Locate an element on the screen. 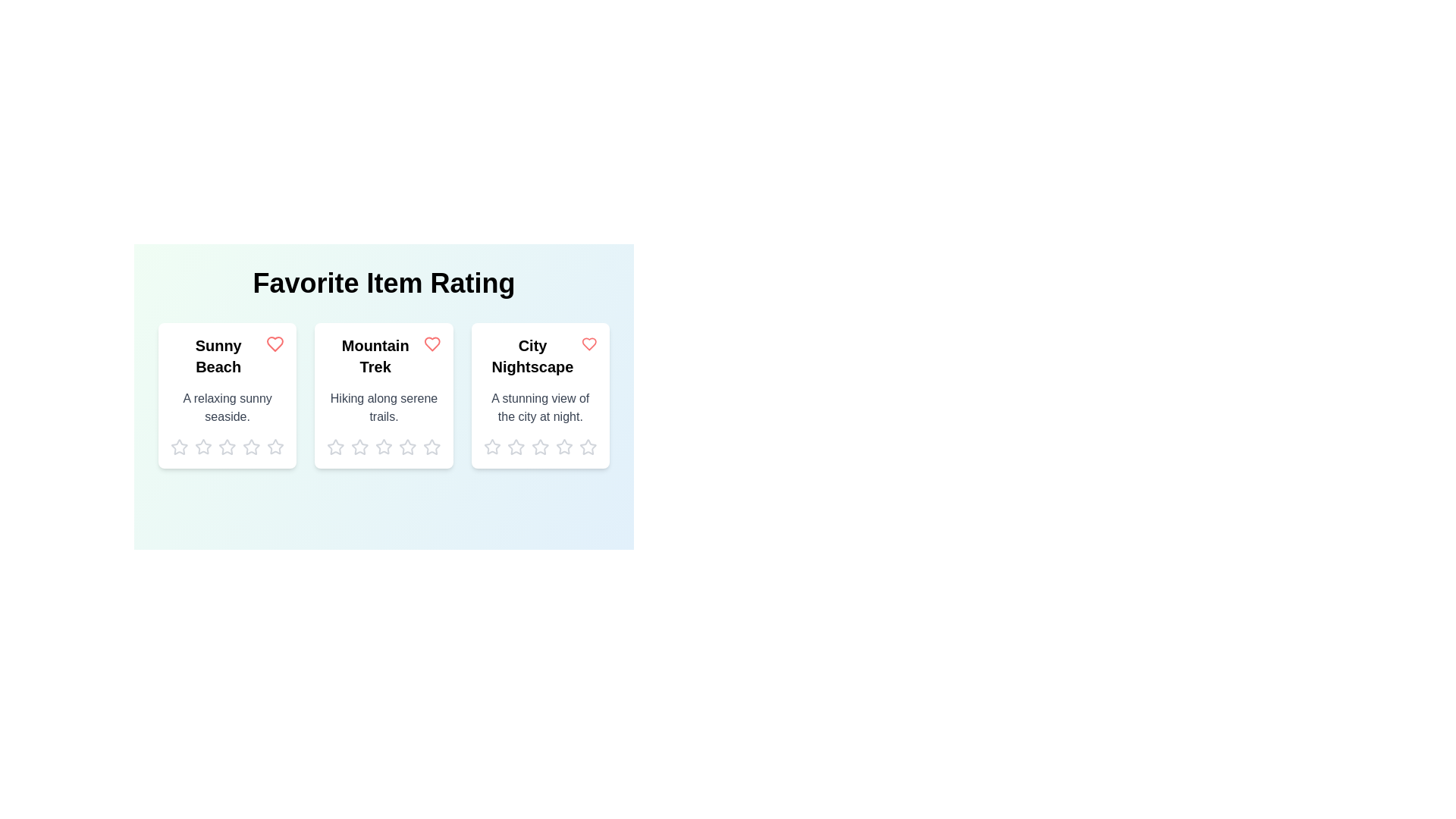 The width and height of the screenshot is (1456, 819). the rating of an item to 3 stars is located at coordinates (227, 447).